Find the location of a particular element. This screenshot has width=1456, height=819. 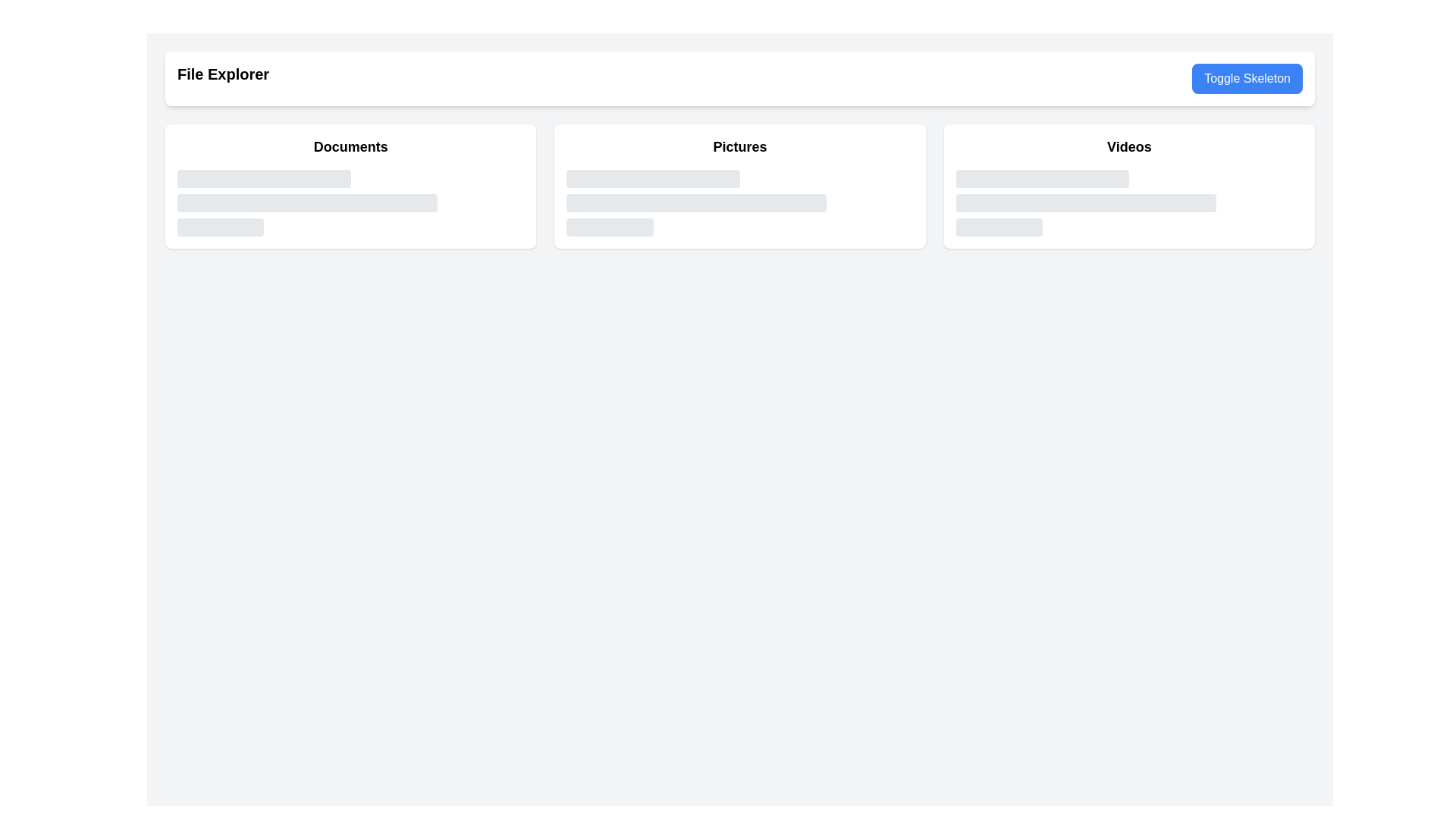

the 'Documents' section card, which is the first card in a row of three, serving as a category indicator is located at coordinates (350, 186).